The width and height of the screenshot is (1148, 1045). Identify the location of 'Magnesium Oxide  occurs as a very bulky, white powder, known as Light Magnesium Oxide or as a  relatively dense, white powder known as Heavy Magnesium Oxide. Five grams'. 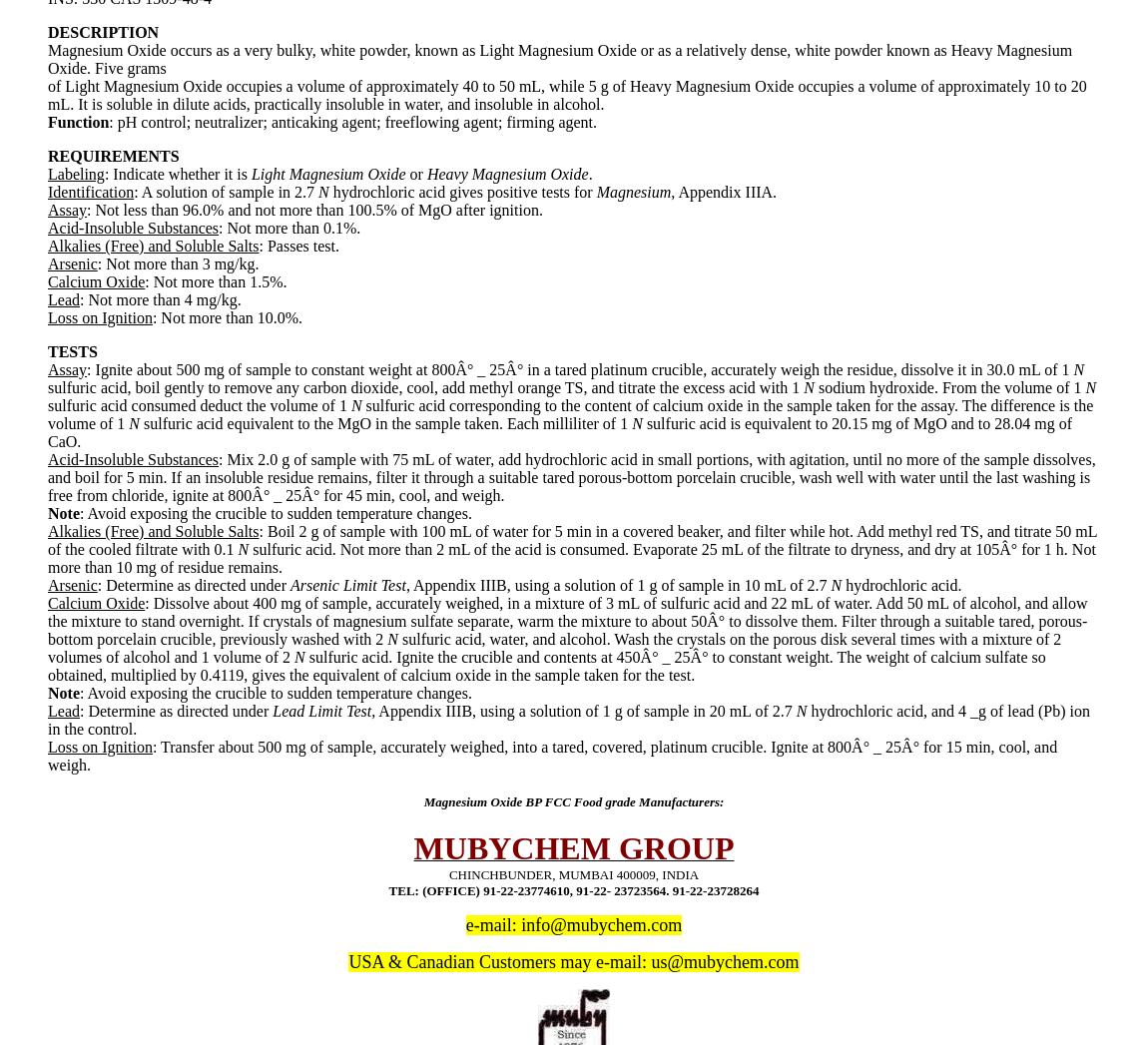
(559, 58).